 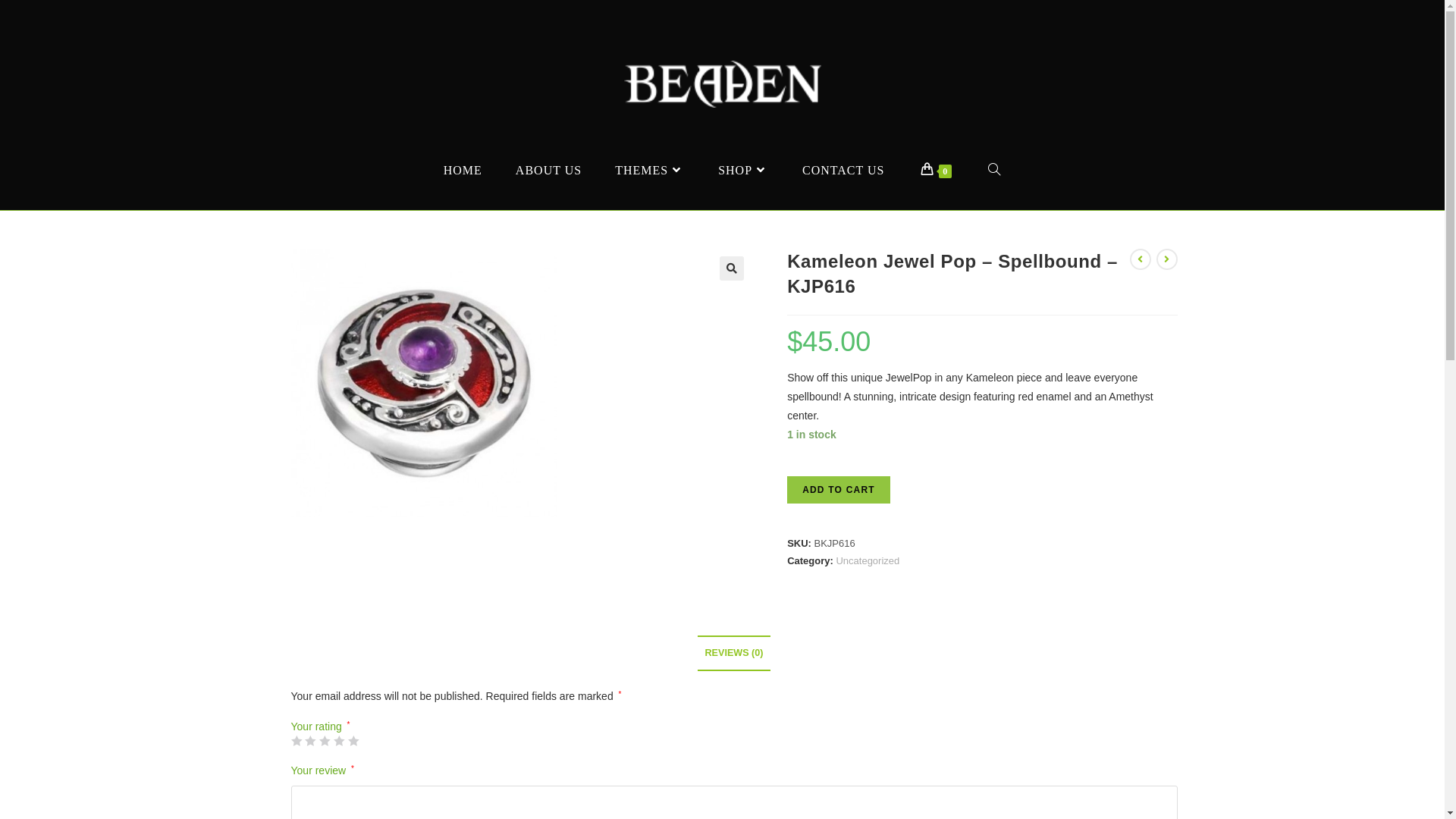 What do you see at coordinates (323, 739) in the screenshot?
I see `'3'` at bounding box center [323, 739].